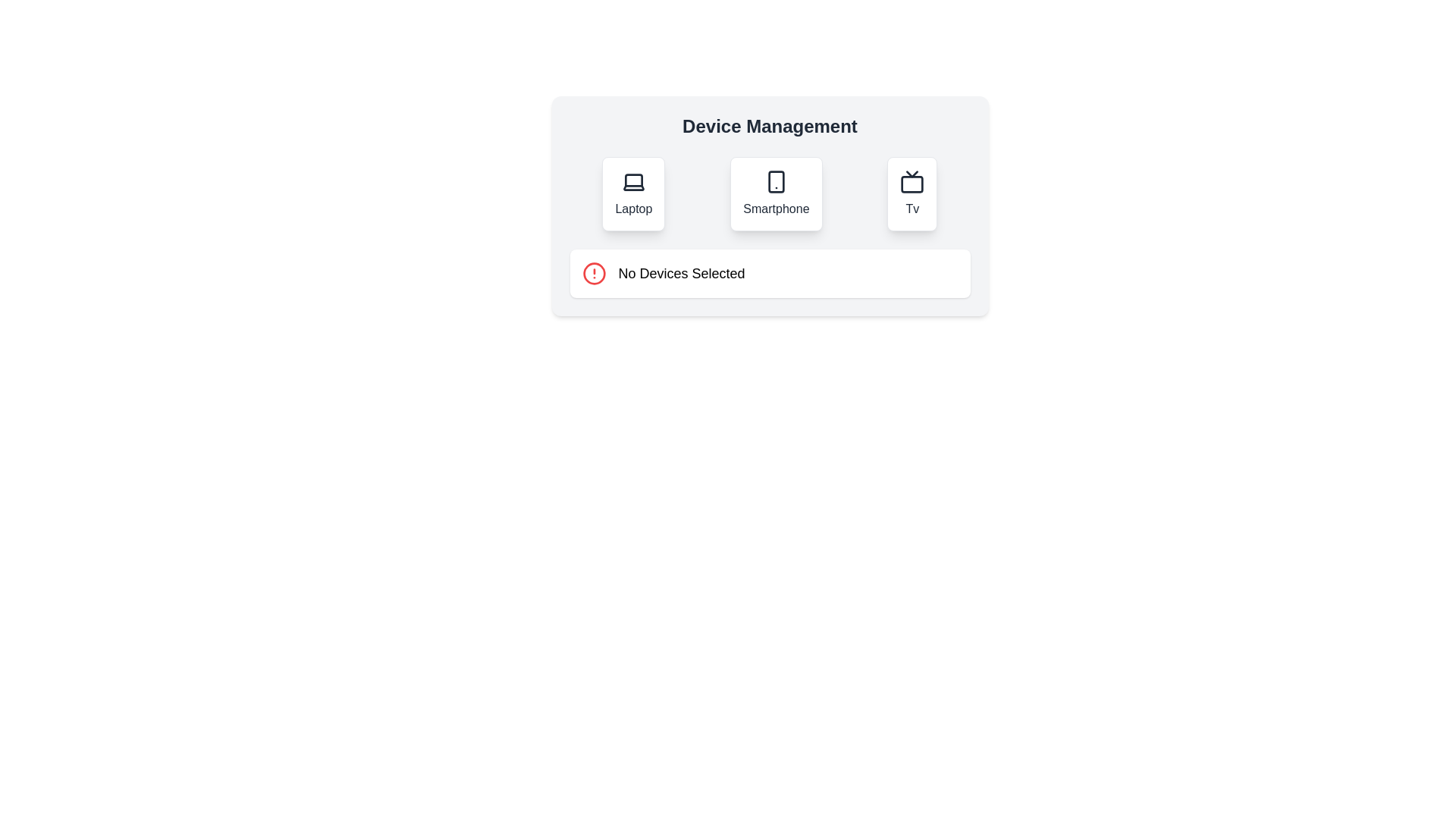 The width and height of the screenshot is (1456, 819). What do you see at coordinates (776, 209) in the screenshot?
I see `the 'Smartphone' text label, which is centered below a smartphone icon in a rounded rectangular card within the 'Device Management' panel` at bounding box center [776, 209].